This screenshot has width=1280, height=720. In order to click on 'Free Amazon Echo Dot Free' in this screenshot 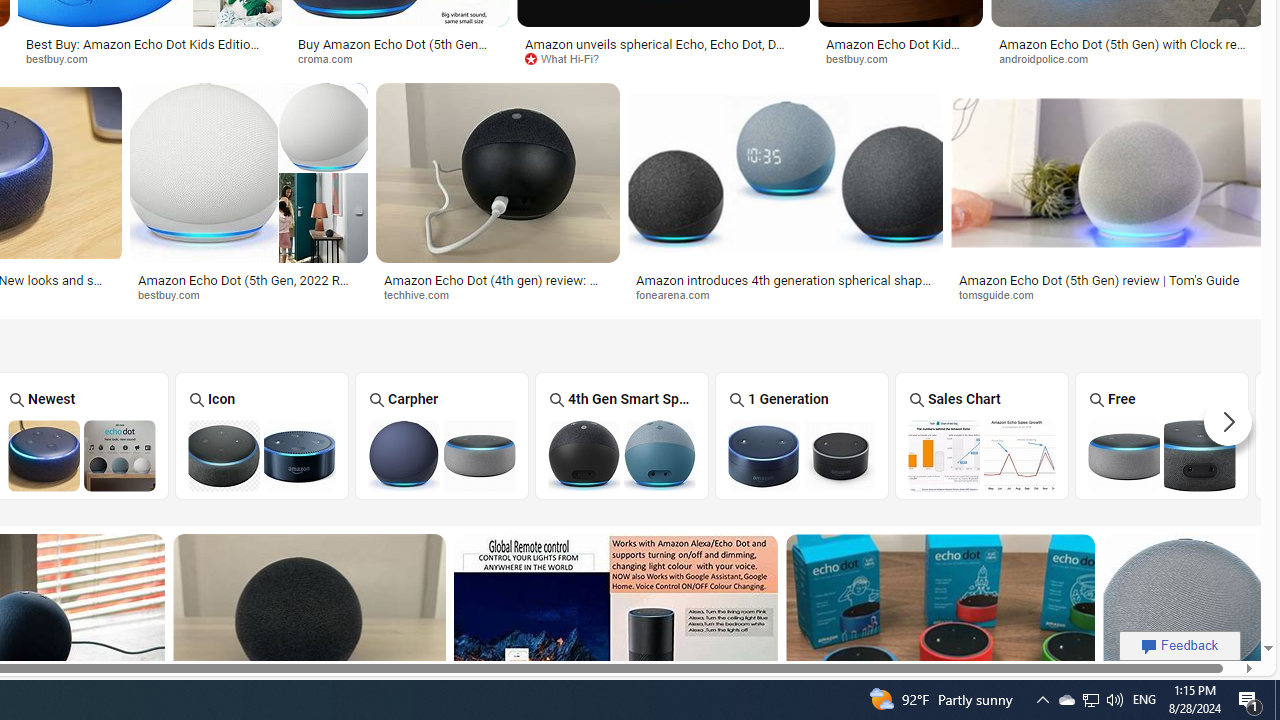, I will do `click(1162, 434)`.